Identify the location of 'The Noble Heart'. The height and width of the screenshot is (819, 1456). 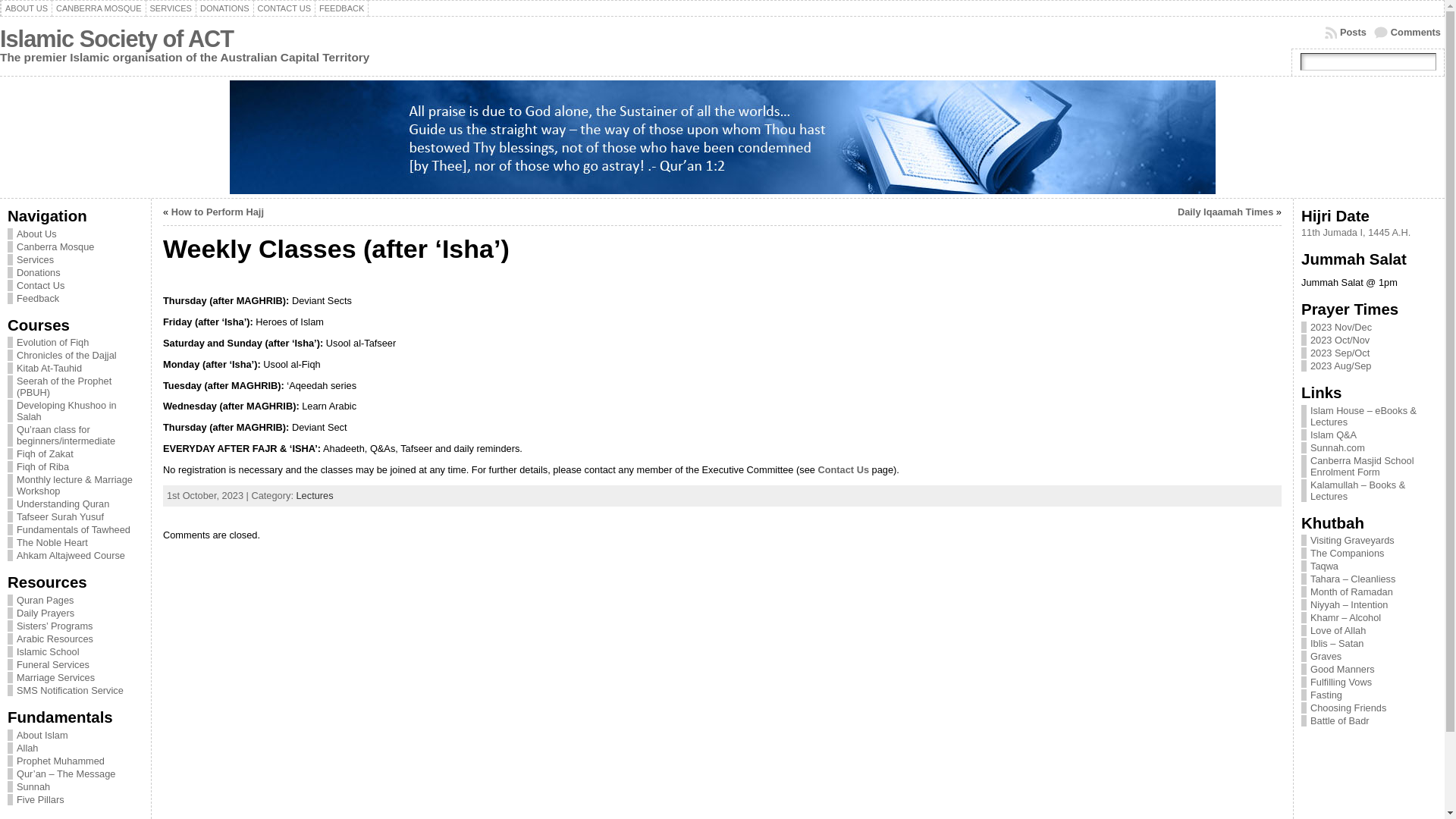
(74, 541).